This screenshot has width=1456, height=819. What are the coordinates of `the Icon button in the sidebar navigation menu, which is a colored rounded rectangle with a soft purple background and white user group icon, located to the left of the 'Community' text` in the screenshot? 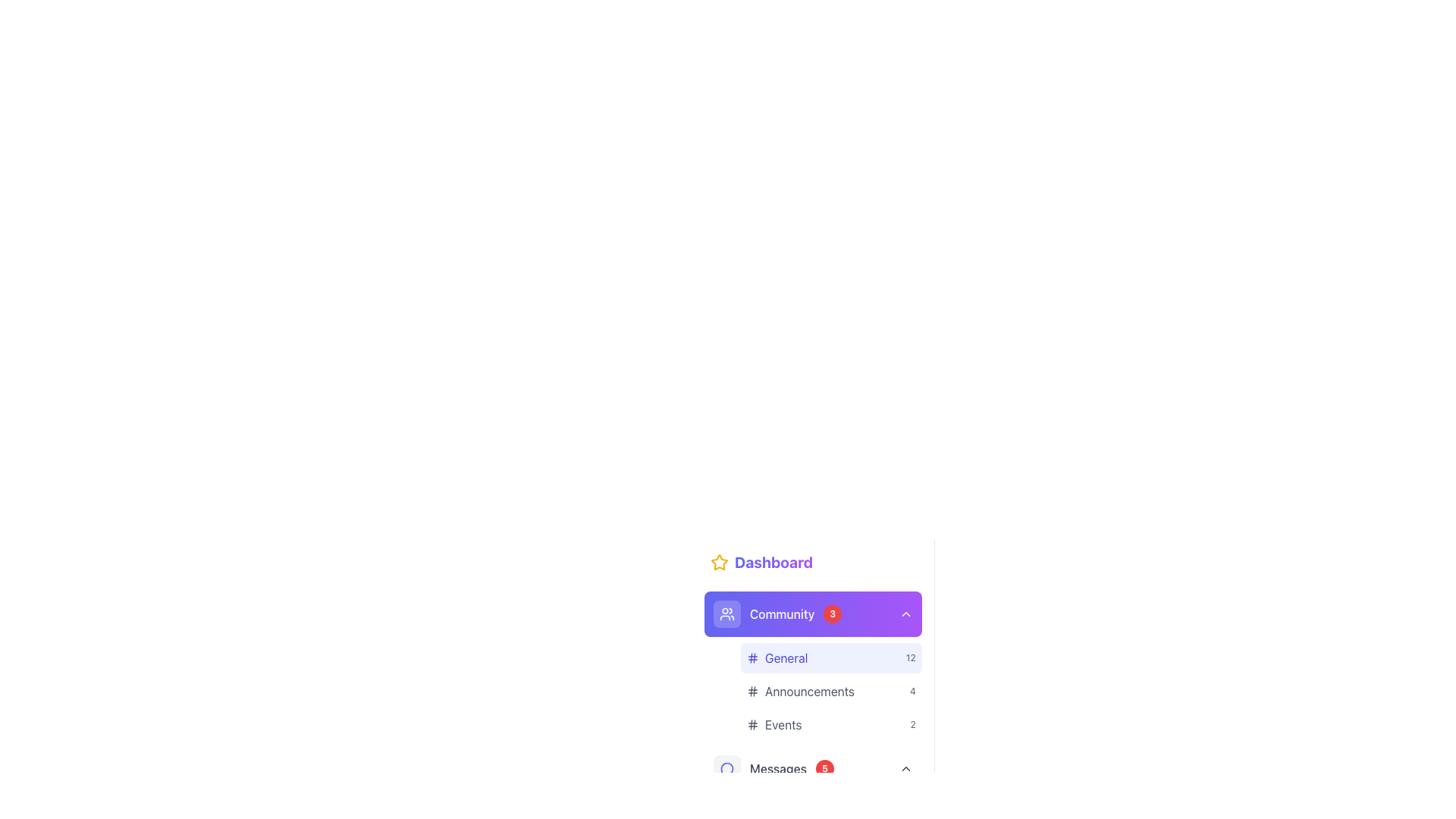 It's located at (726, 614).